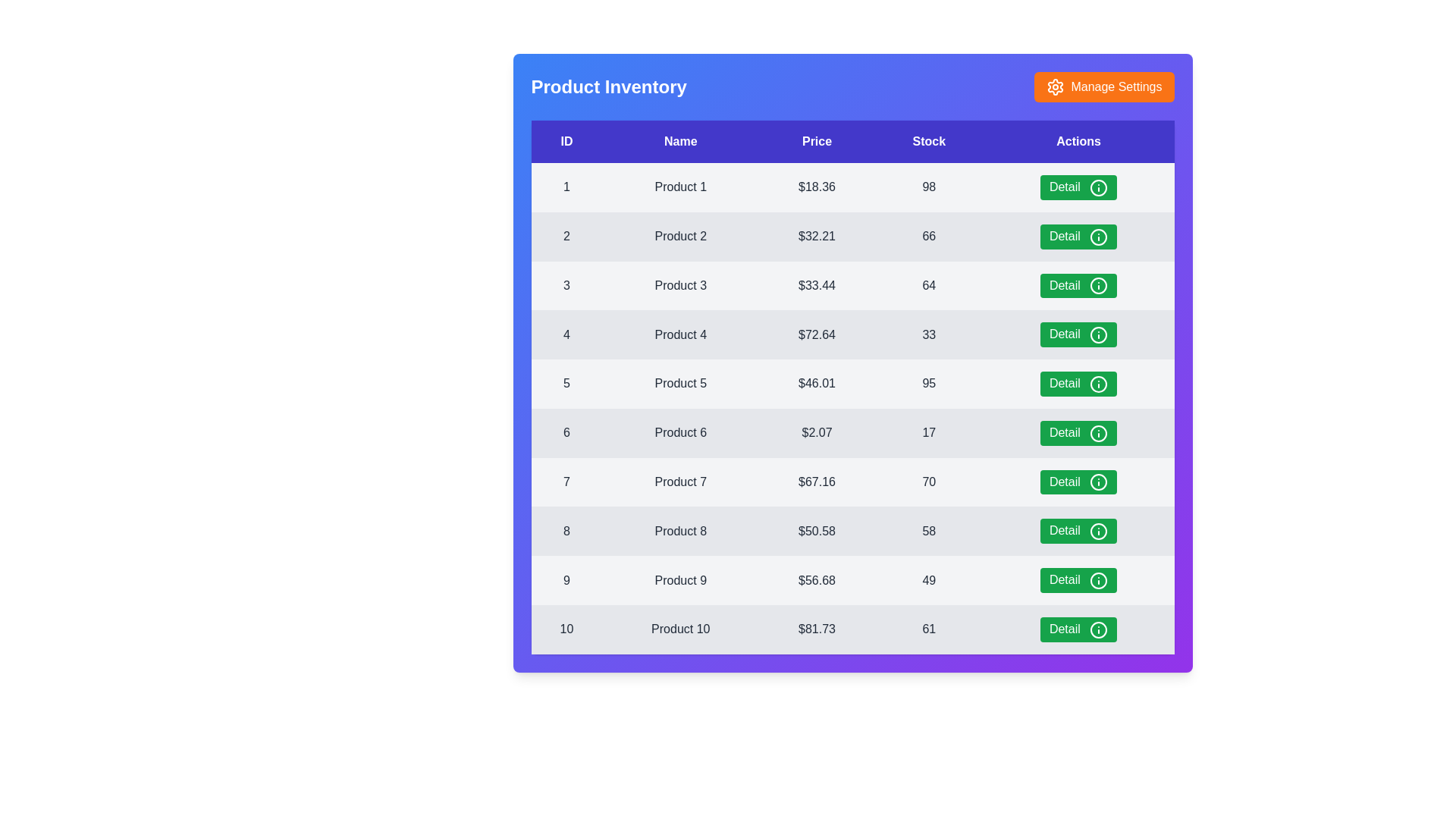 The height and width of the screenshot is (819, 1456). Describe the element at coordinates (1103, 87) in the screenshot. I see `the 'Manage Settings' button to open the settings menu` at that location.